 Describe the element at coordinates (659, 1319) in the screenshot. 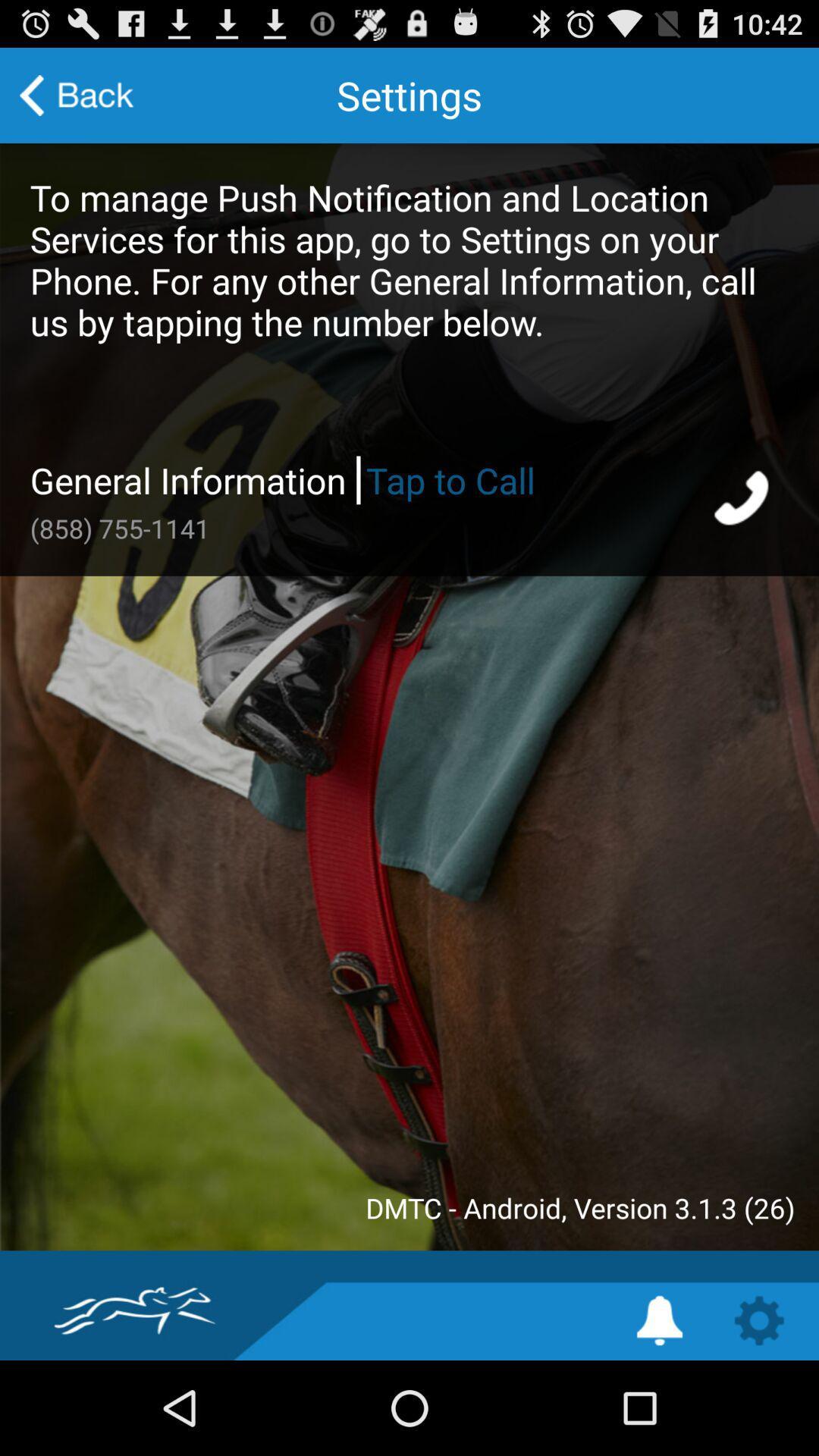

I see `notifications` at that location.